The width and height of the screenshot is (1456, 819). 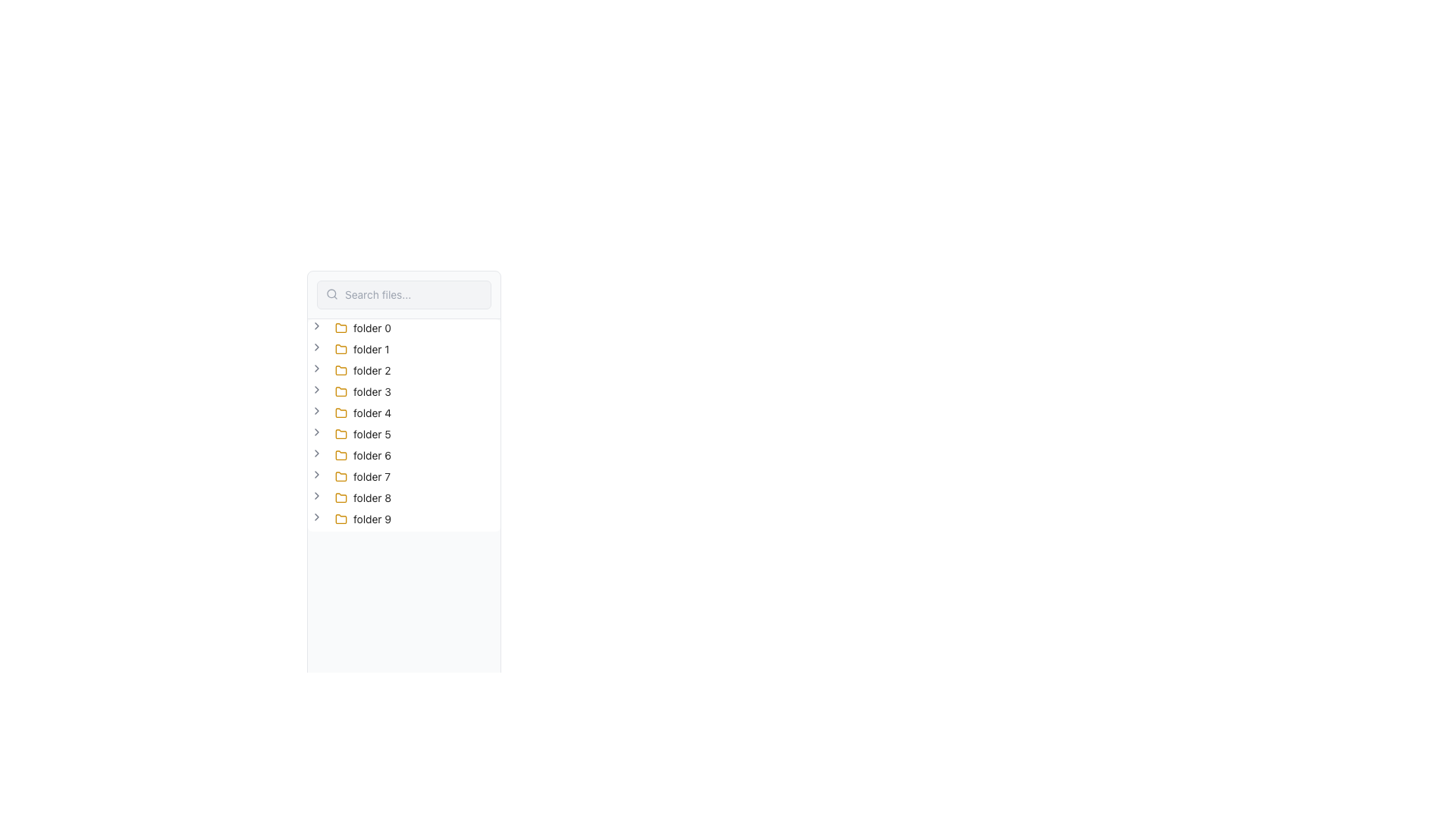 I want to click on the Toggler button (tree structure) with a chevron-shaped icon pointing to the right, located to the immediate left of the folder icon labeled 'folder 9', so click(x=315, y=519).